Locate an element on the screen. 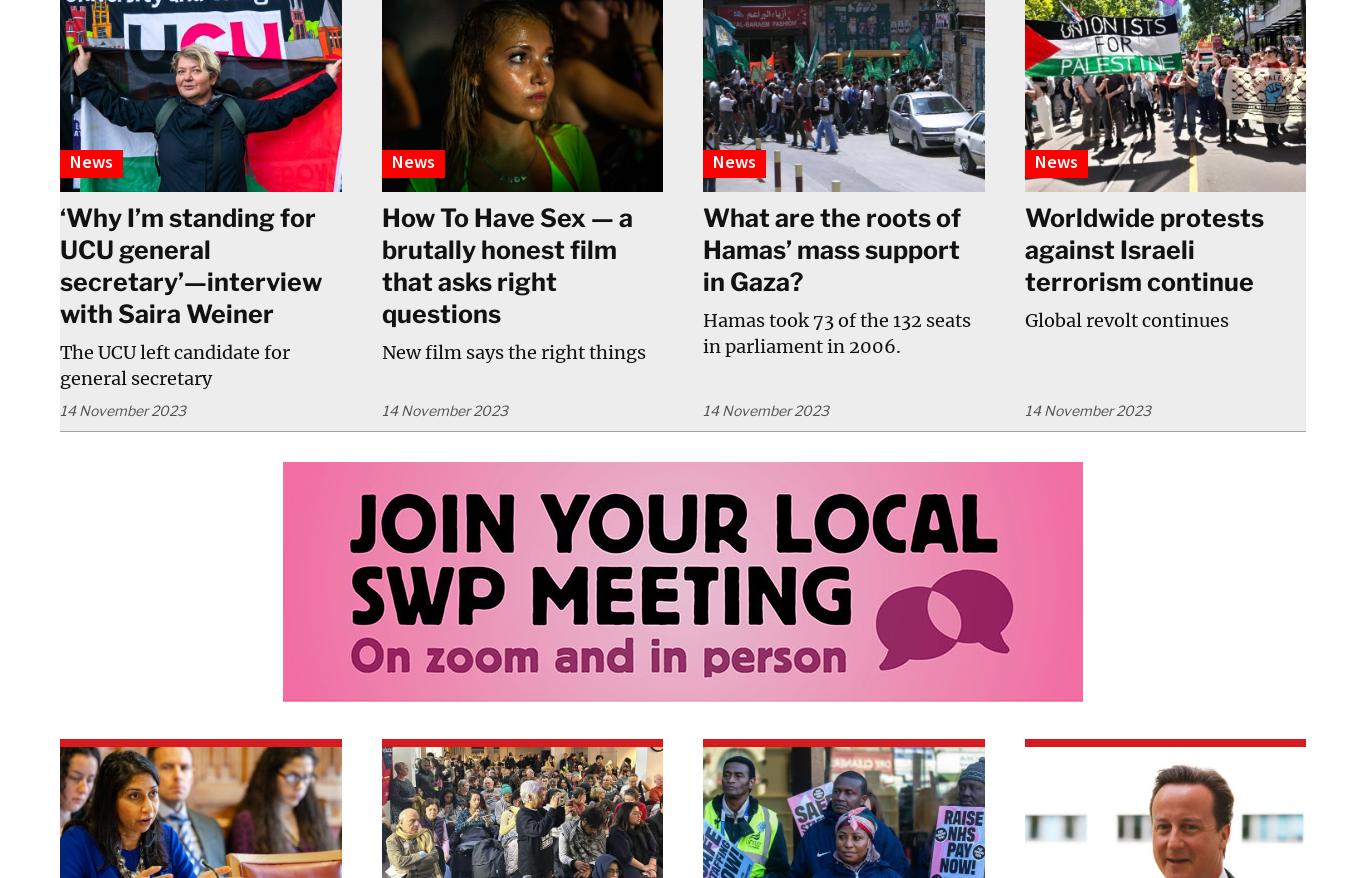 This screenshot has height=878, width=1366. 'Global revolt continues' is located at coordinates (1124, 320).